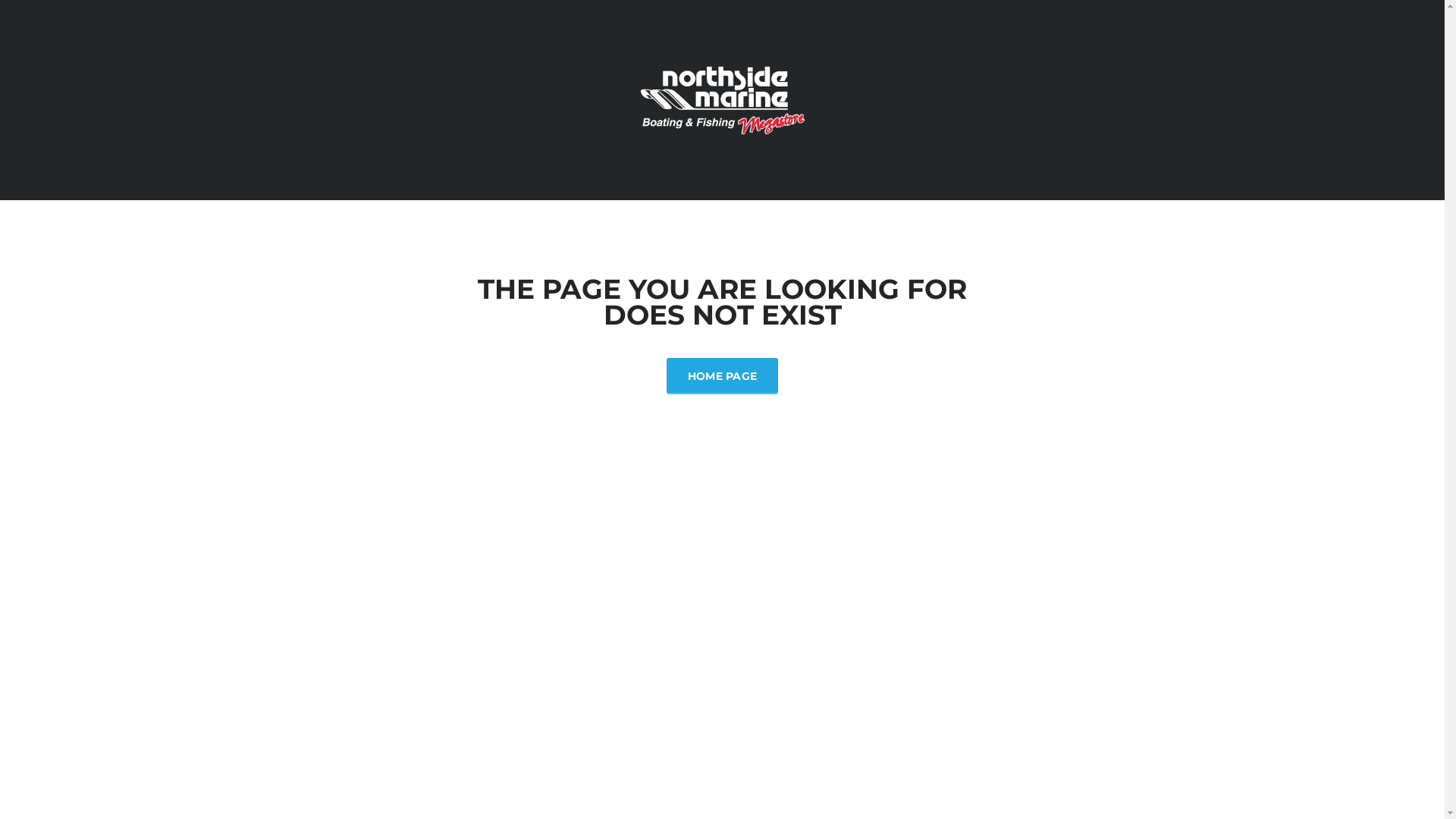  What do you see at coordinates (722, 375) in the screenshot?
I see `'HOME PAGE'` at bounding box center [722, 375].